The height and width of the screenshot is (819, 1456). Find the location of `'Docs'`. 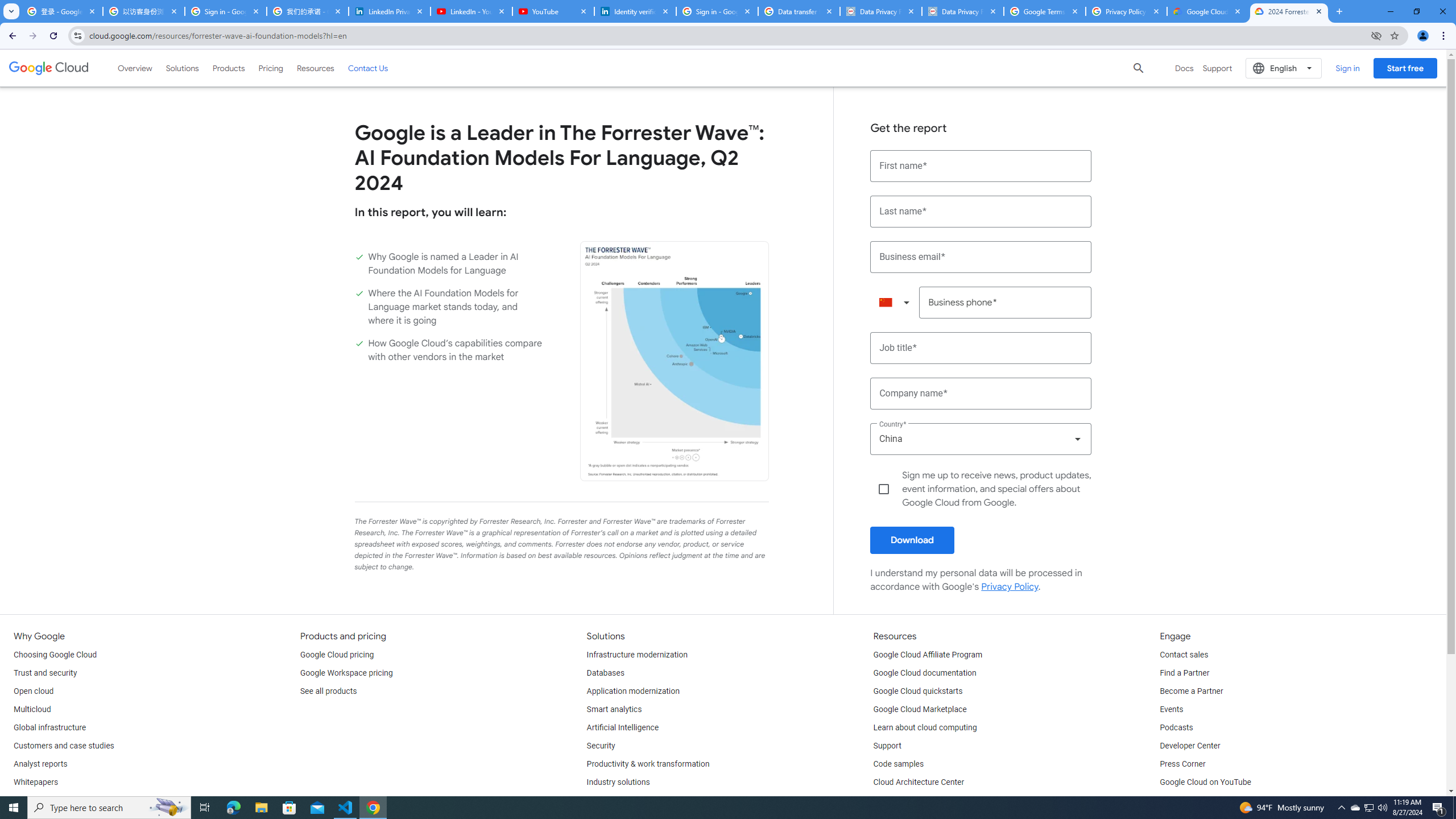

'Docs' is located at coordinates (1184, 67).